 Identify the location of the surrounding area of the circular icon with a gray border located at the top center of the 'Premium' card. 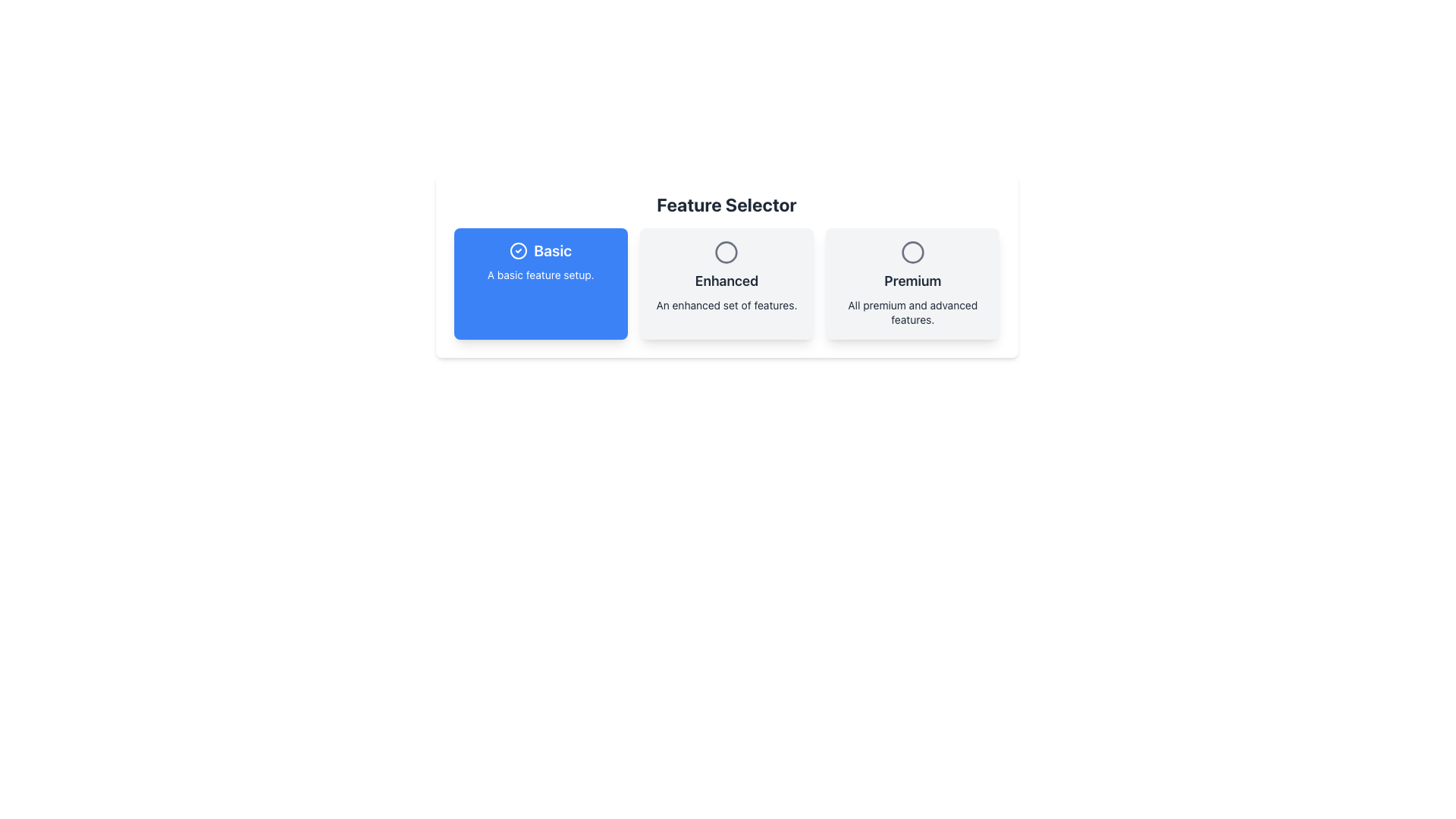
(912, 251).